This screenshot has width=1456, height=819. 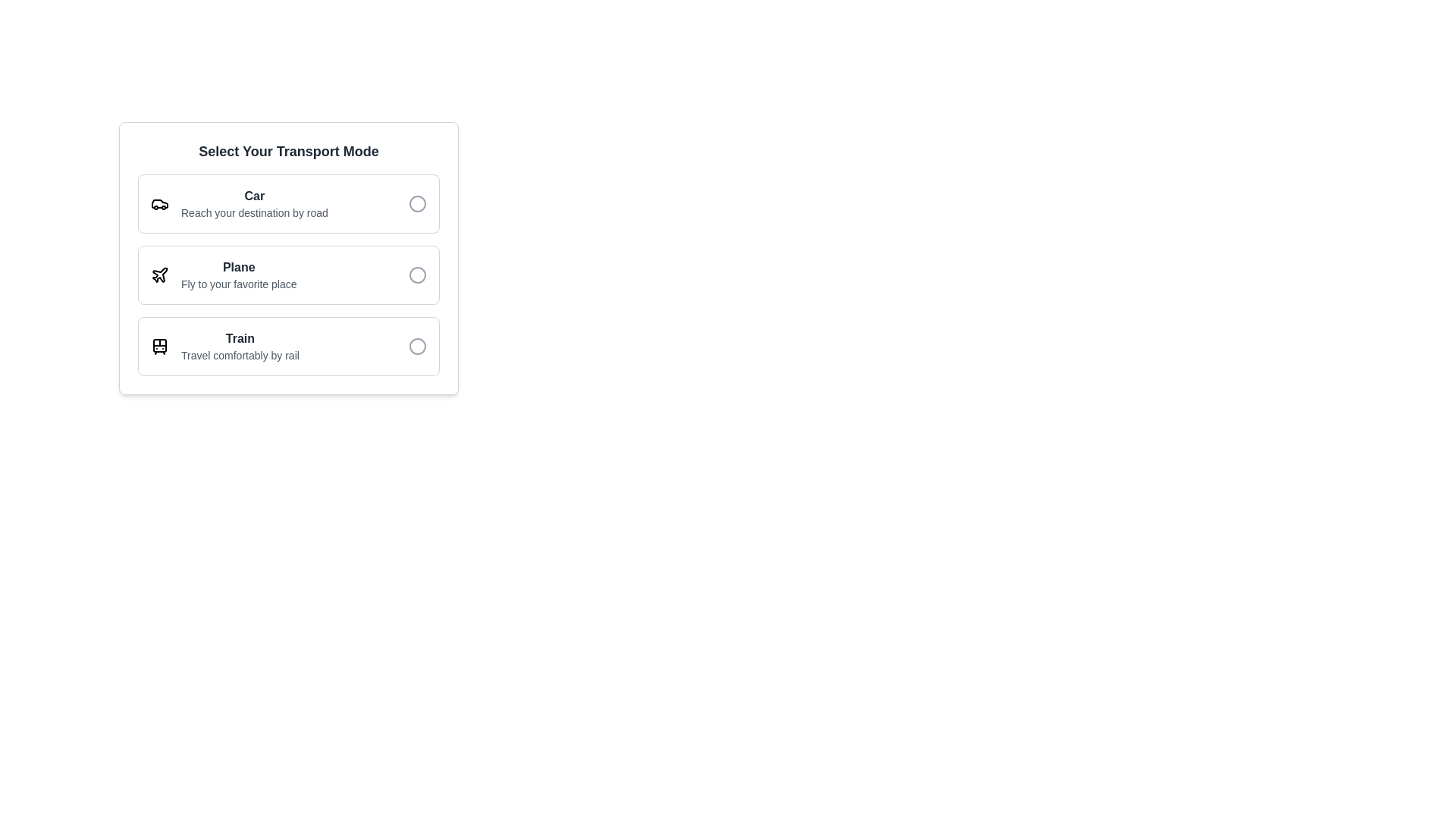 What do you see at coordinates (160, 275) in the screenshot?
I see `the airplane icon representing the 'Plane' transport option, which is located to the left of the 'Plane' label text in the vertical list of transport modes` at bounding box center [160, 275].